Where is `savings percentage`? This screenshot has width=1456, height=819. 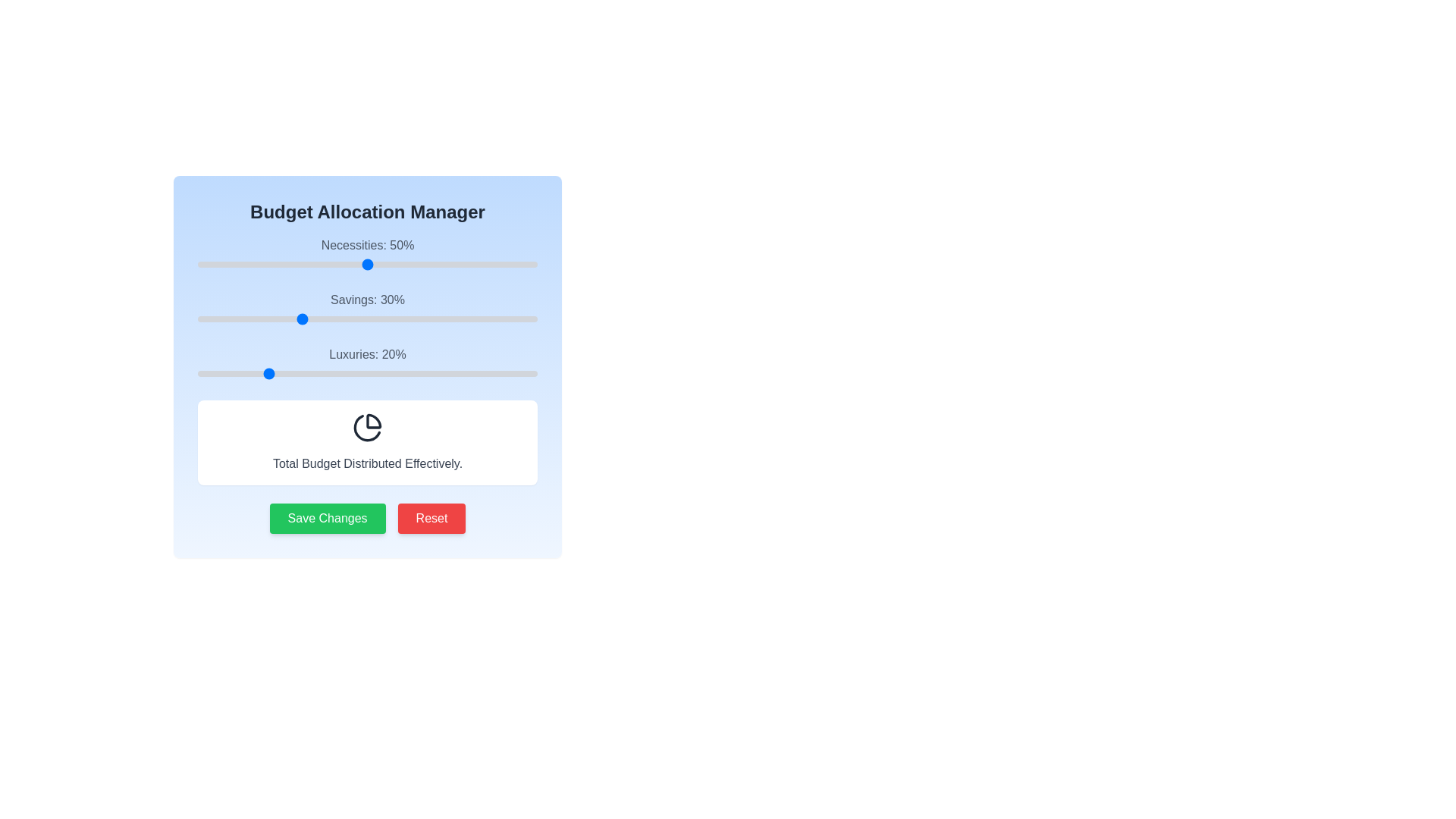 savings percentage is located at coordinates (237, 318).